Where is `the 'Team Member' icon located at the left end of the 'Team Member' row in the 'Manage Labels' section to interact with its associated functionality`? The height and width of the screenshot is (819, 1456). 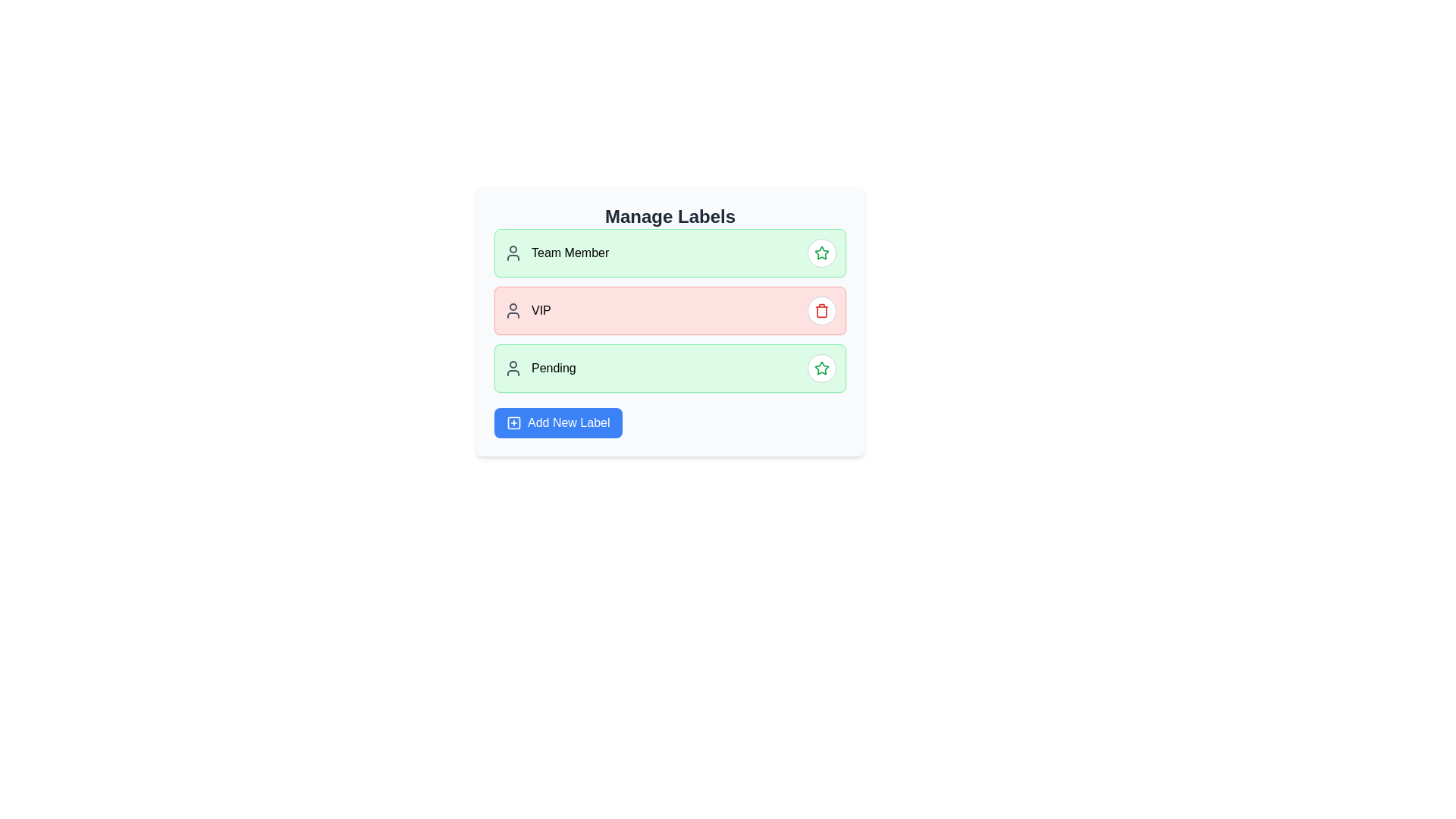
the 'Team Member' icon located at the left end of the 'Team Member' row in the 'Manage Labels' section to interact with its associated functionality is located at coordinates (513, 253).